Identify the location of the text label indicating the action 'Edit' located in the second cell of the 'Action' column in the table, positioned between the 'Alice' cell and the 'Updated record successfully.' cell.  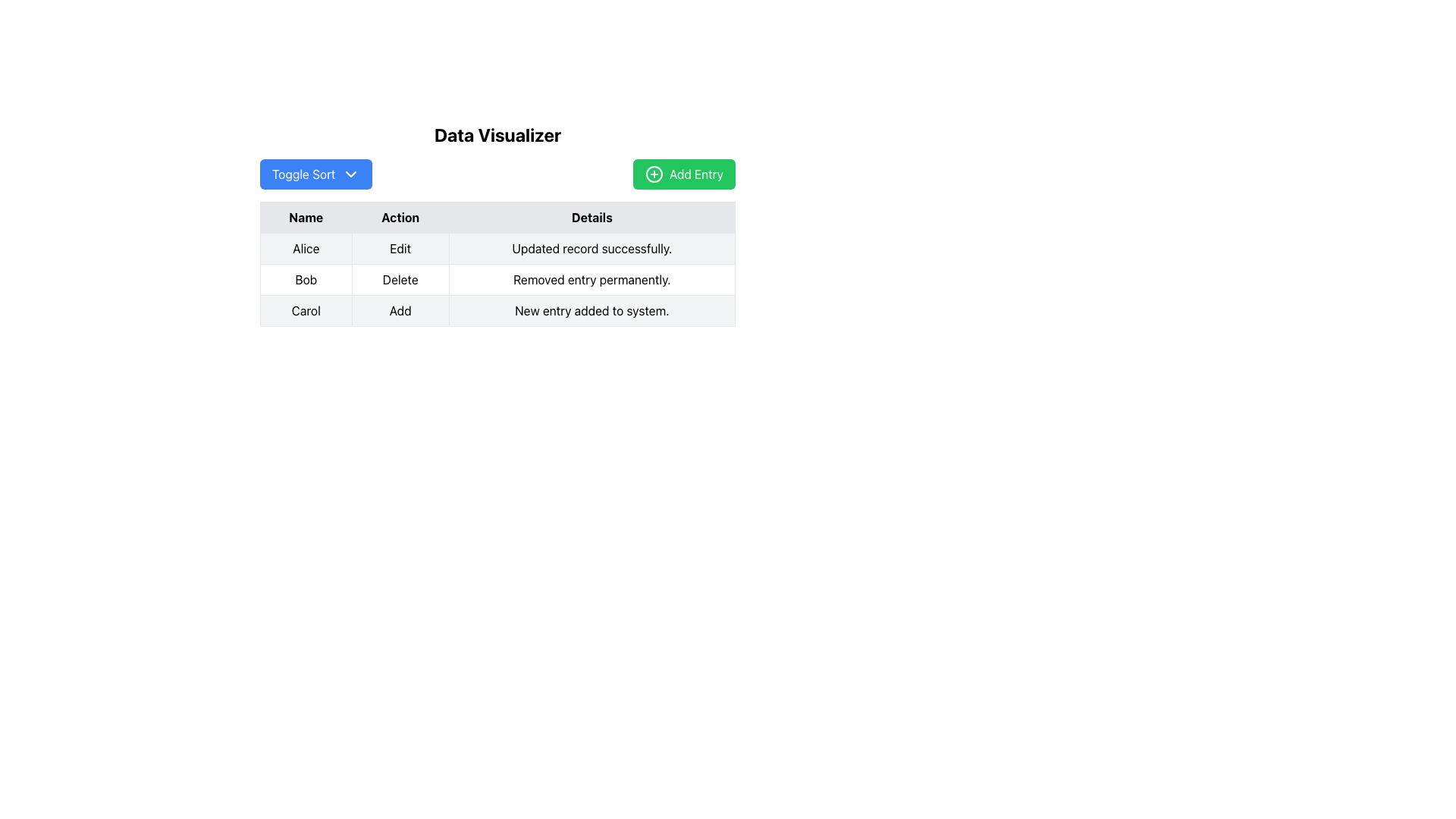
(400, 247).